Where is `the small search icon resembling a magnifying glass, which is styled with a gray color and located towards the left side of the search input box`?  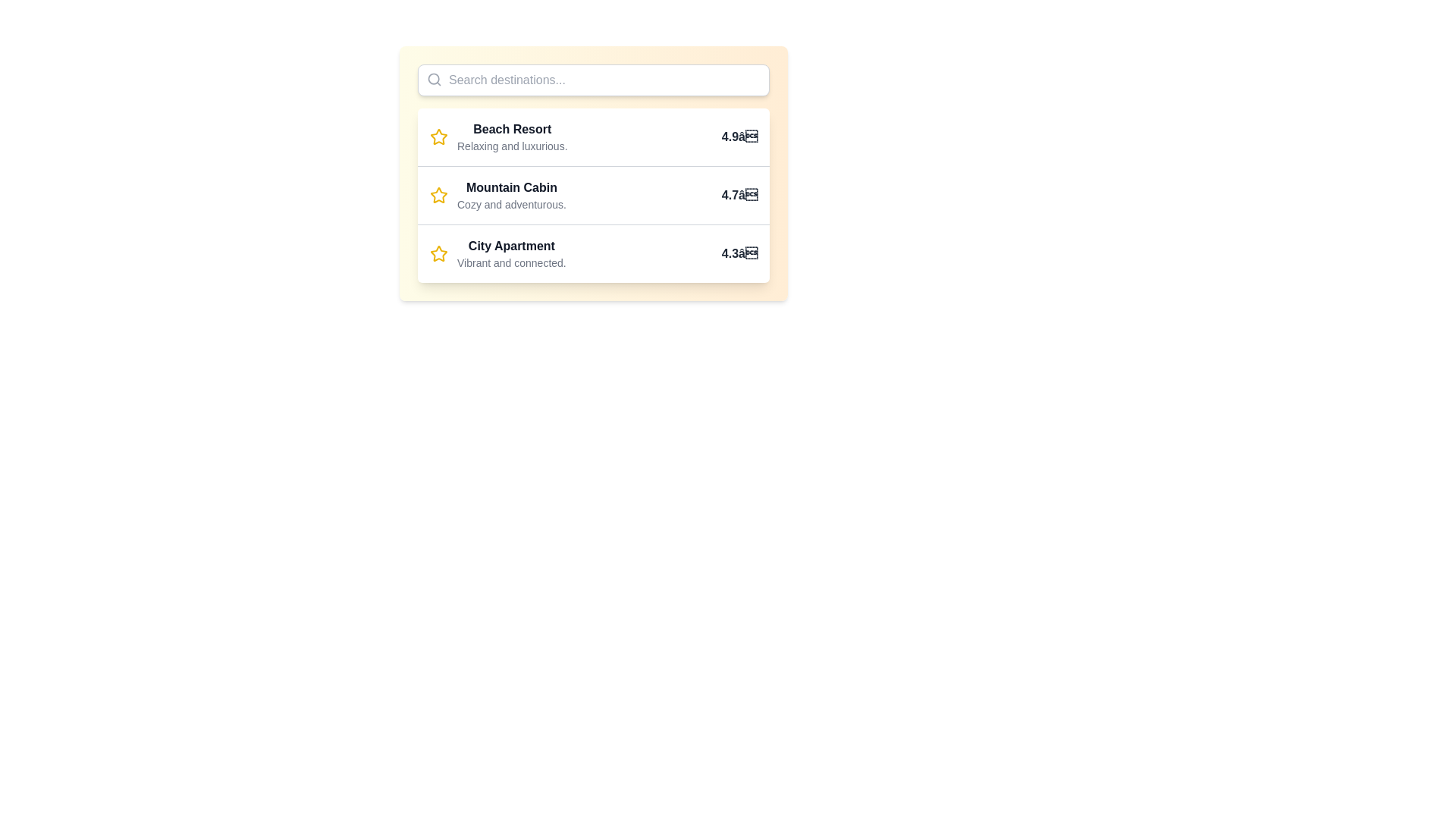
the small search icon resembling a magnifying glass, which is styled with a gray color and located towards the left side of the search input box is located at coordinates (433, 79).